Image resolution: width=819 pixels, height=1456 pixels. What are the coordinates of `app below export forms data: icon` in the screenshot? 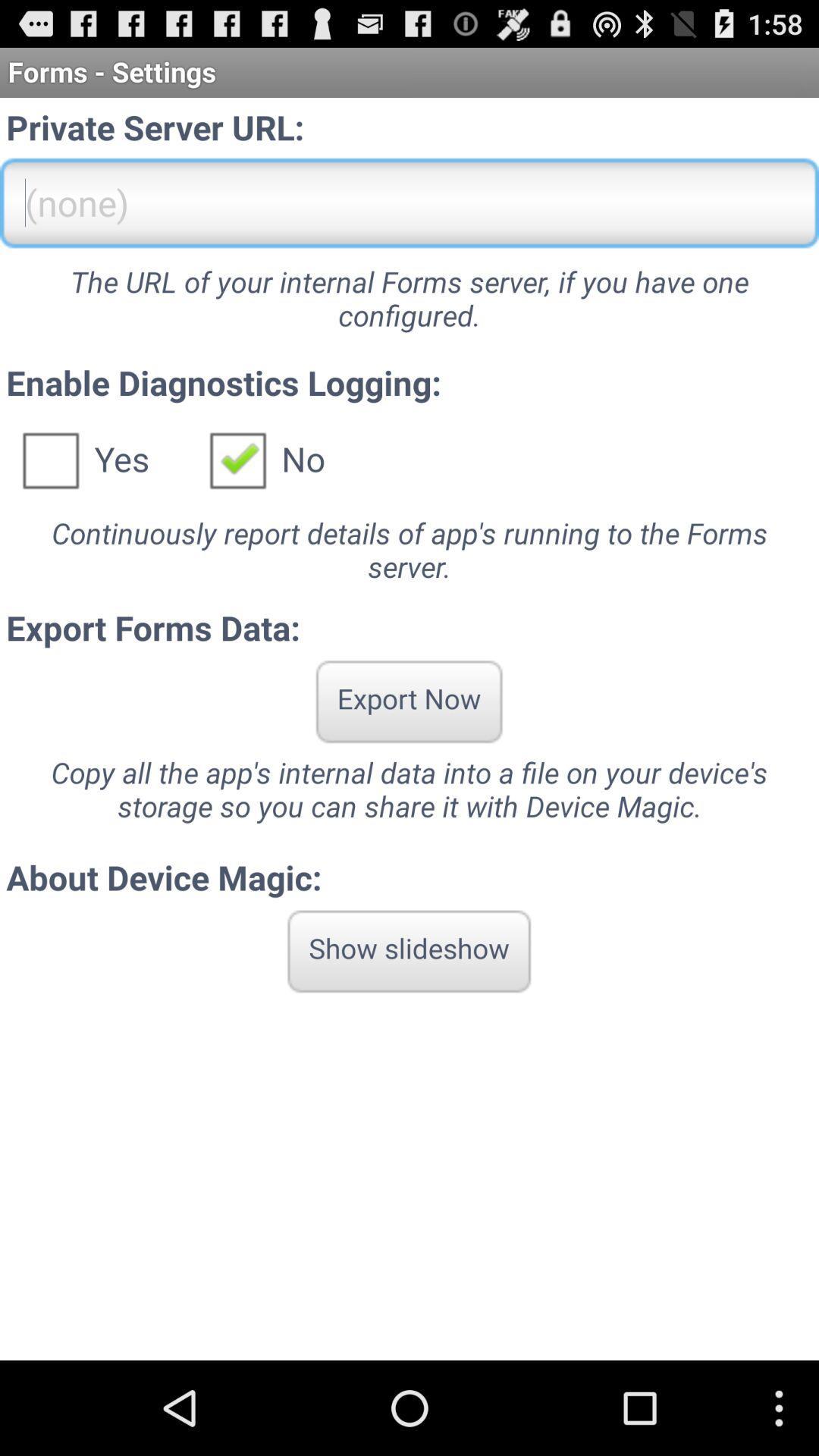 It's located at (408, 701).